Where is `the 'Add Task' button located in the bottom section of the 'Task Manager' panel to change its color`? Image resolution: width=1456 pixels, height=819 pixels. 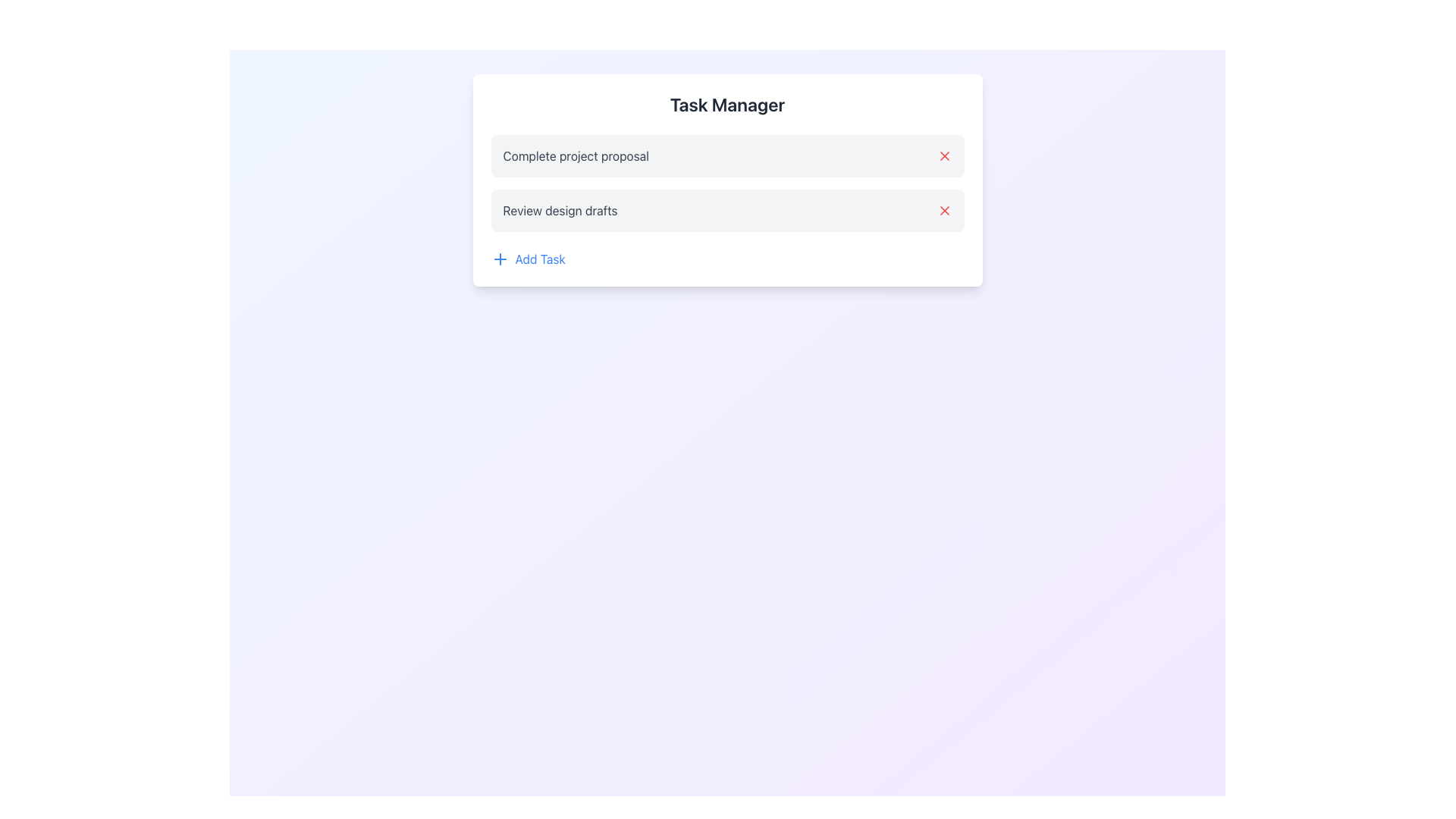
the 'Add Task' button located in the bottom section of the 'Task Manager' panel to change its color is located at coordinates (528, 259).